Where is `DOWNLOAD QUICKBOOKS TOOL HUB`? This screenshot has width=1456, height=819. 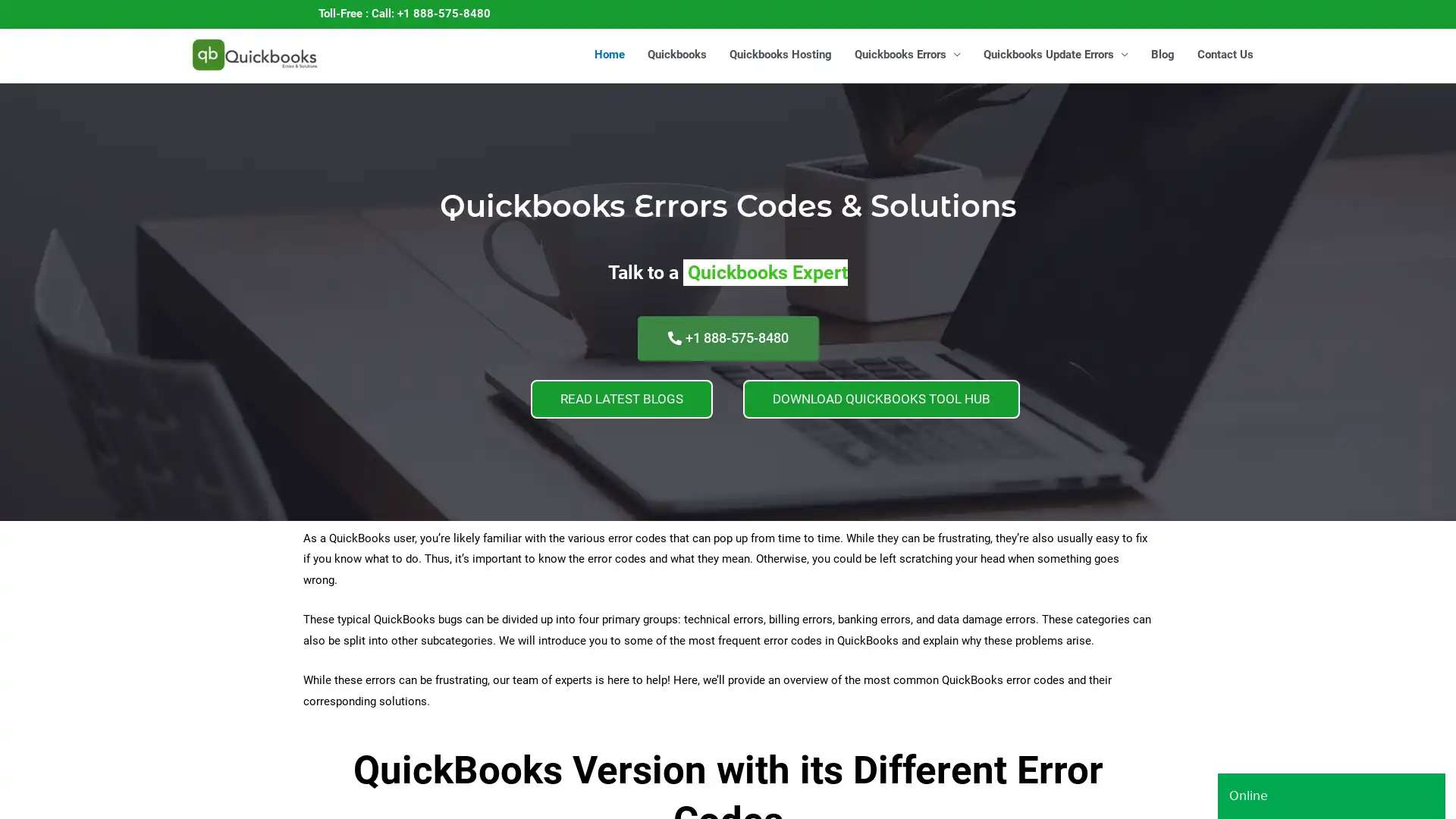 DOWNLOAD QUICKBOOKS TOOL HUB is located at coordinates (881, 397).